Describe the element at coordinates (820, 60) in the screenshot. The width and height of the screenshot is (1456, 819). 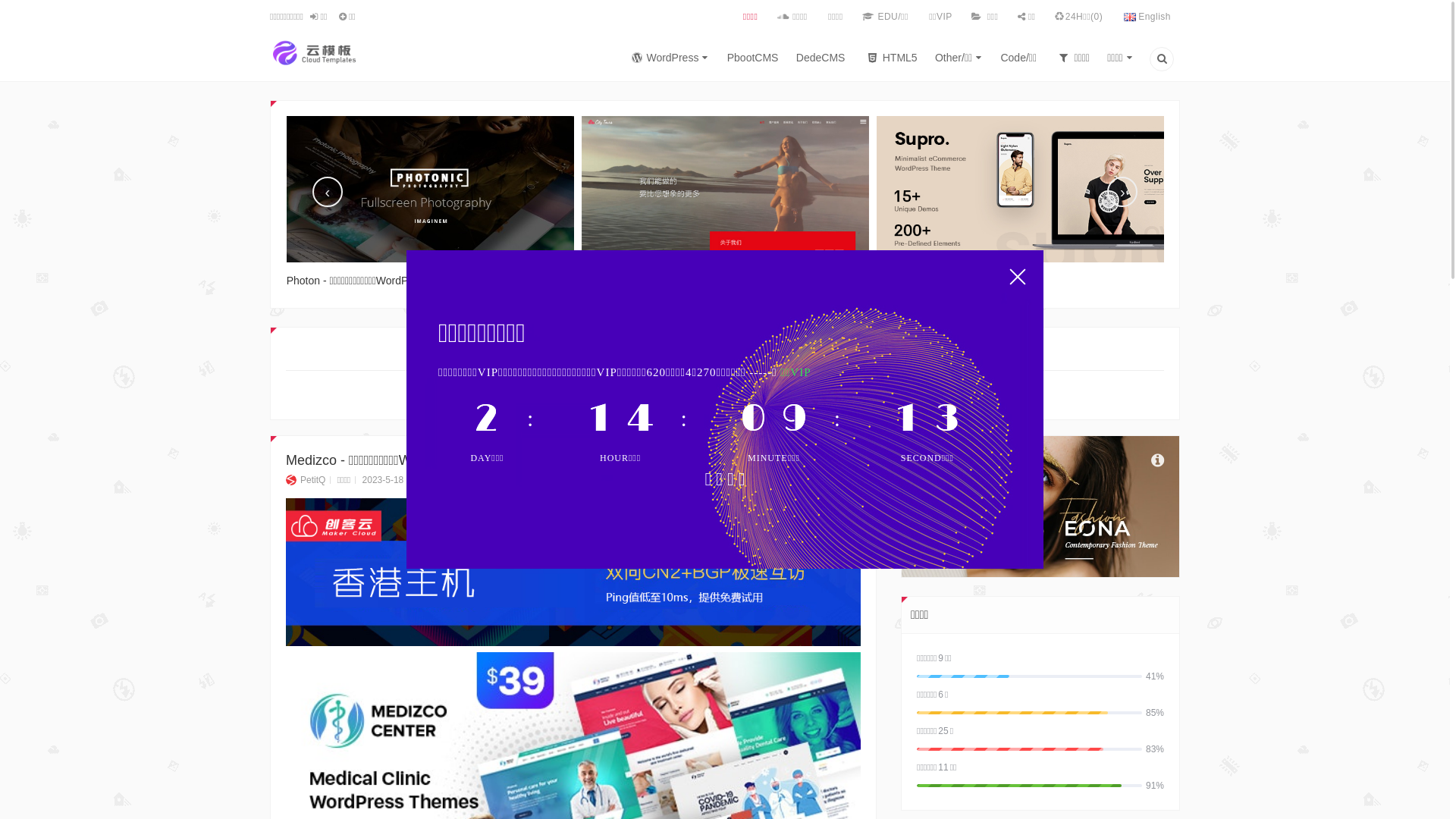
I see `'DedeCMS'` at that location.